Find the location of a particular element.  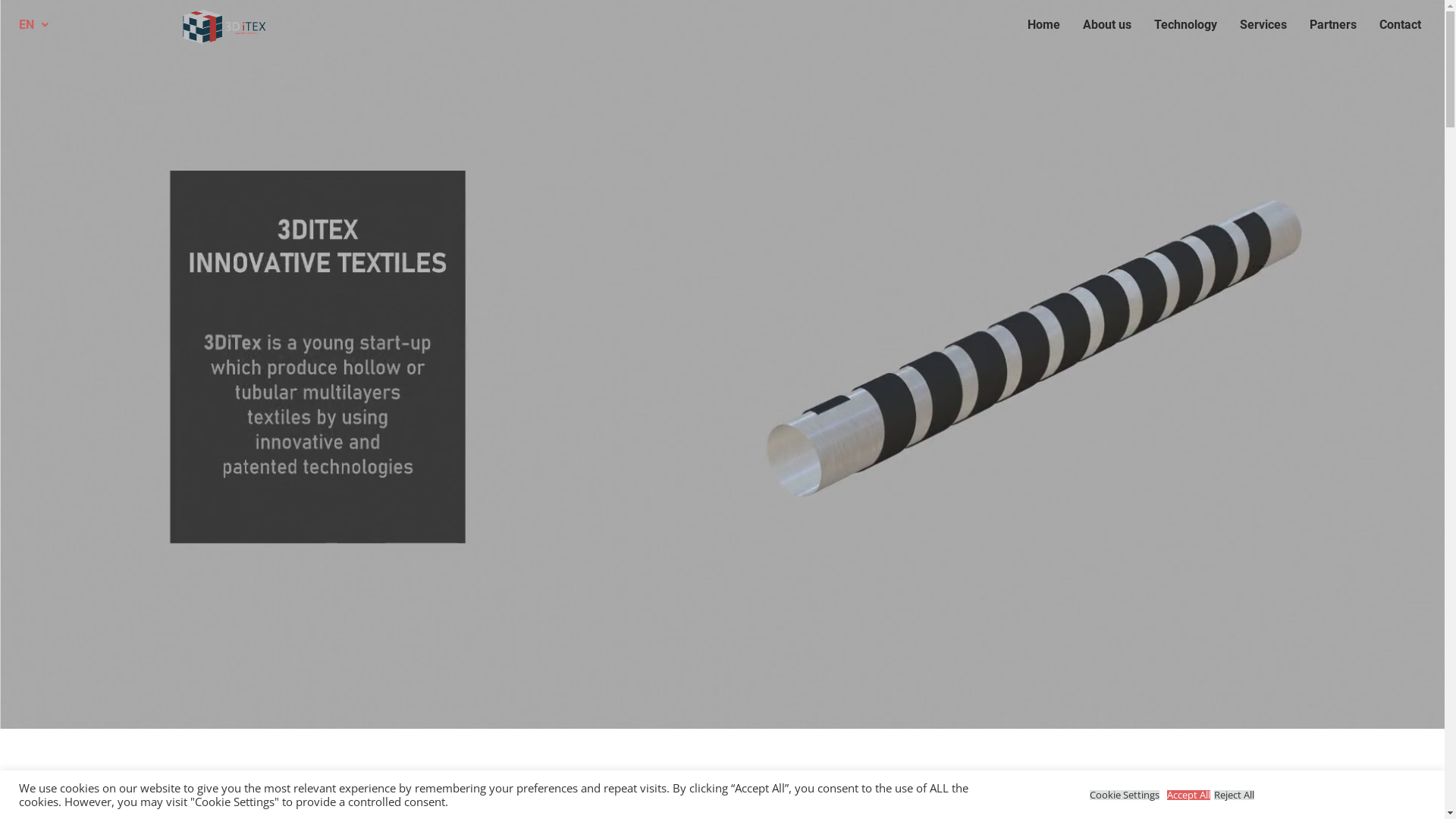

'Cookie Settings' is located at coordinates (1125, 794).